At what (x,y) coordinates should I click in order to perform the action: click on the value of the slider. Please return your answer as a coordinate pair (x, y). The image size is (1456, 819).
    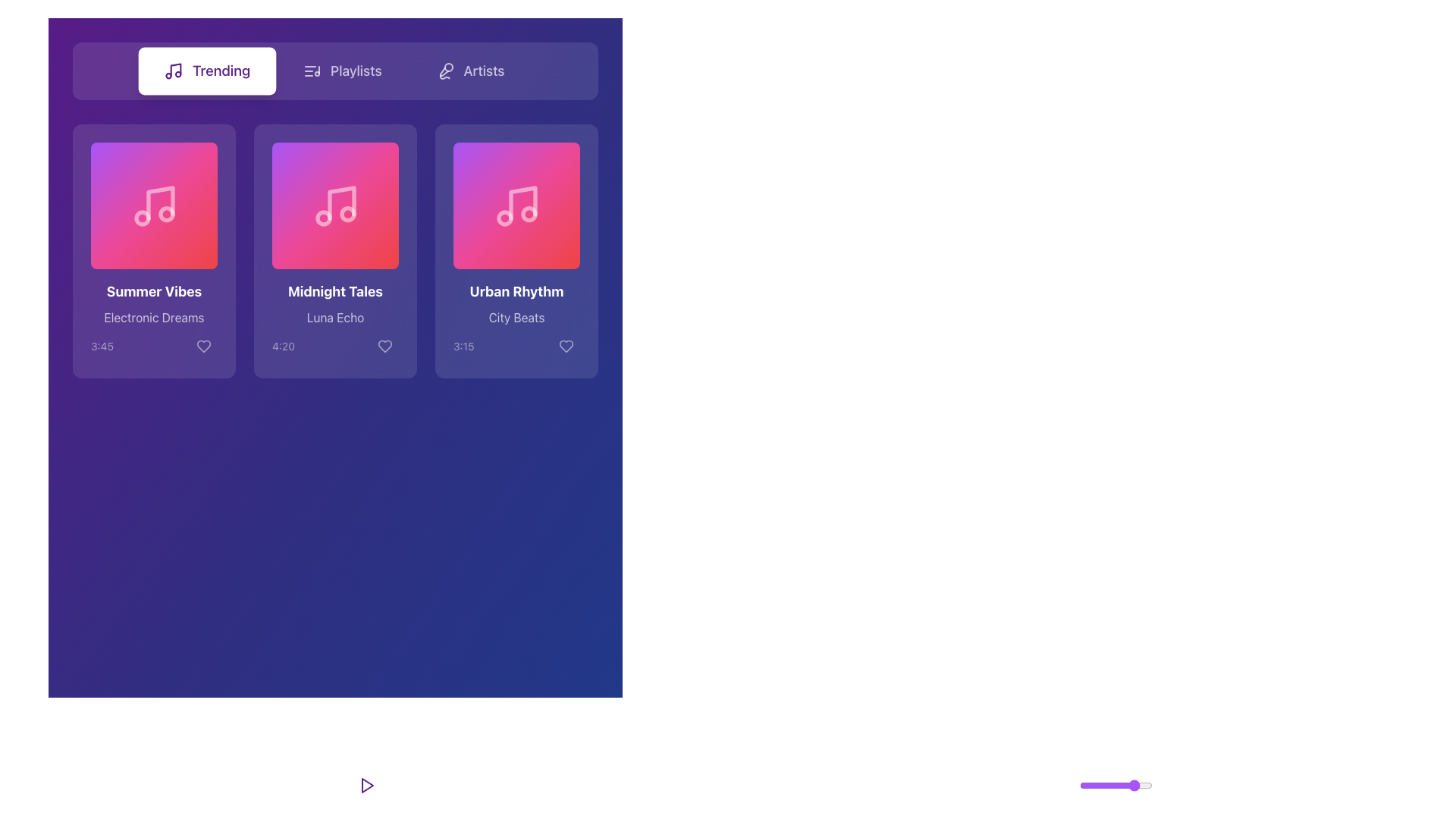
    Looking at the image, I should click on (1123, 785).